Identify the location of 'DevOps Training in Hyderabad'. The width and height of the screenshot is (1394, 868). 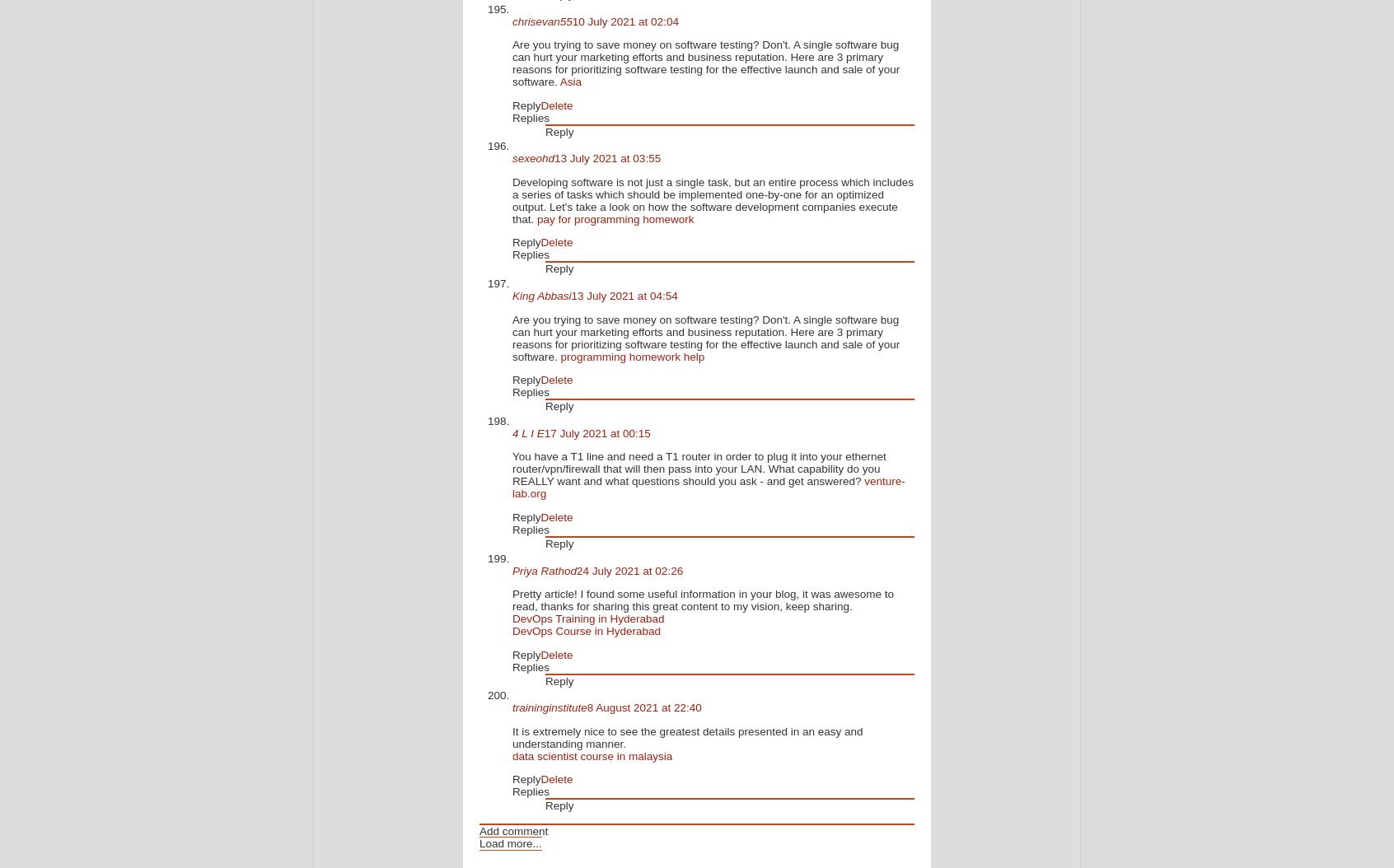
(587, 618).